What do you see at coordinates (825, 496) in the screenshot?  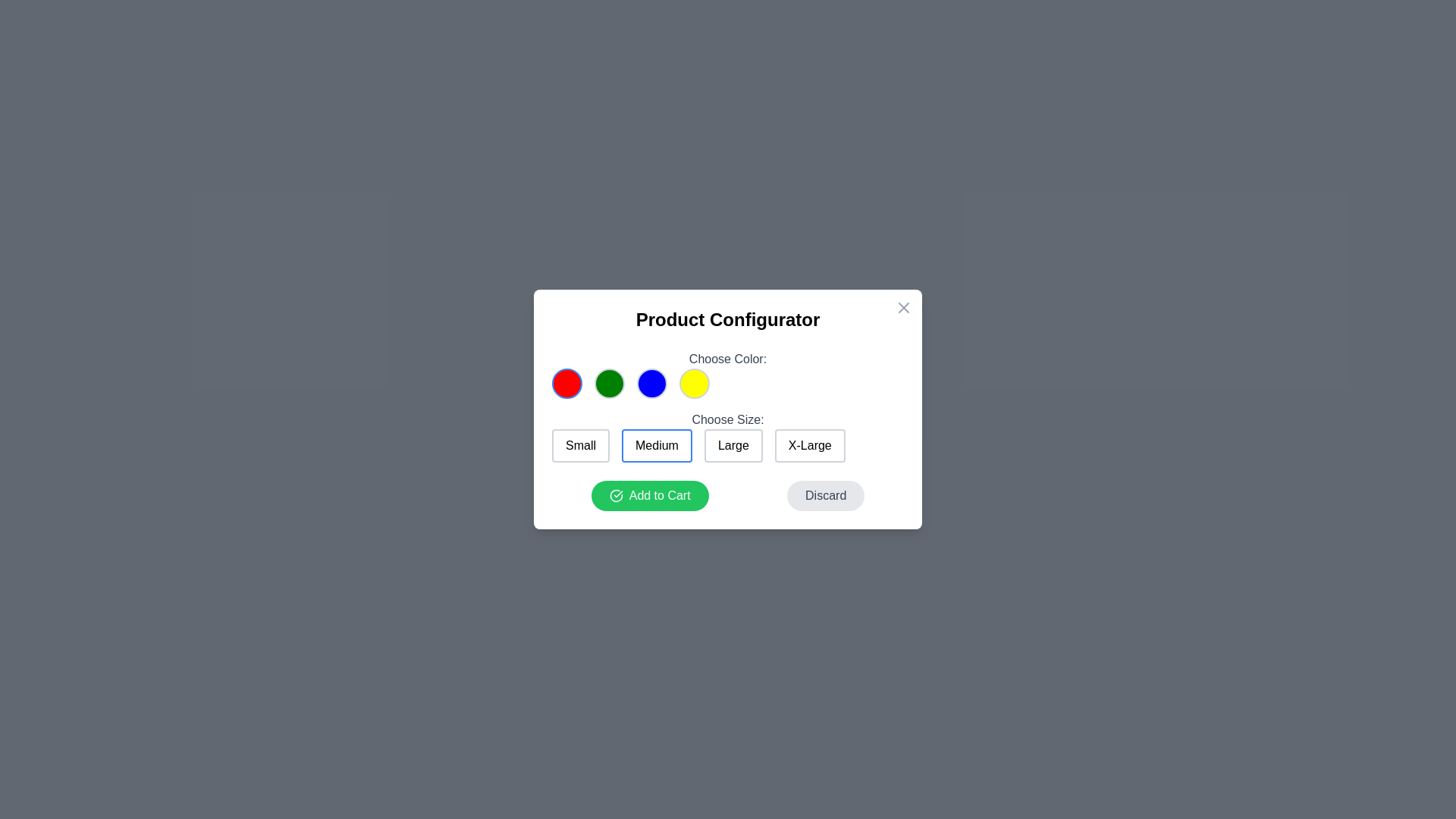 I see `the discard button located on the right side of the 'Product Configurator' modal` at bounding box center [825, 496].